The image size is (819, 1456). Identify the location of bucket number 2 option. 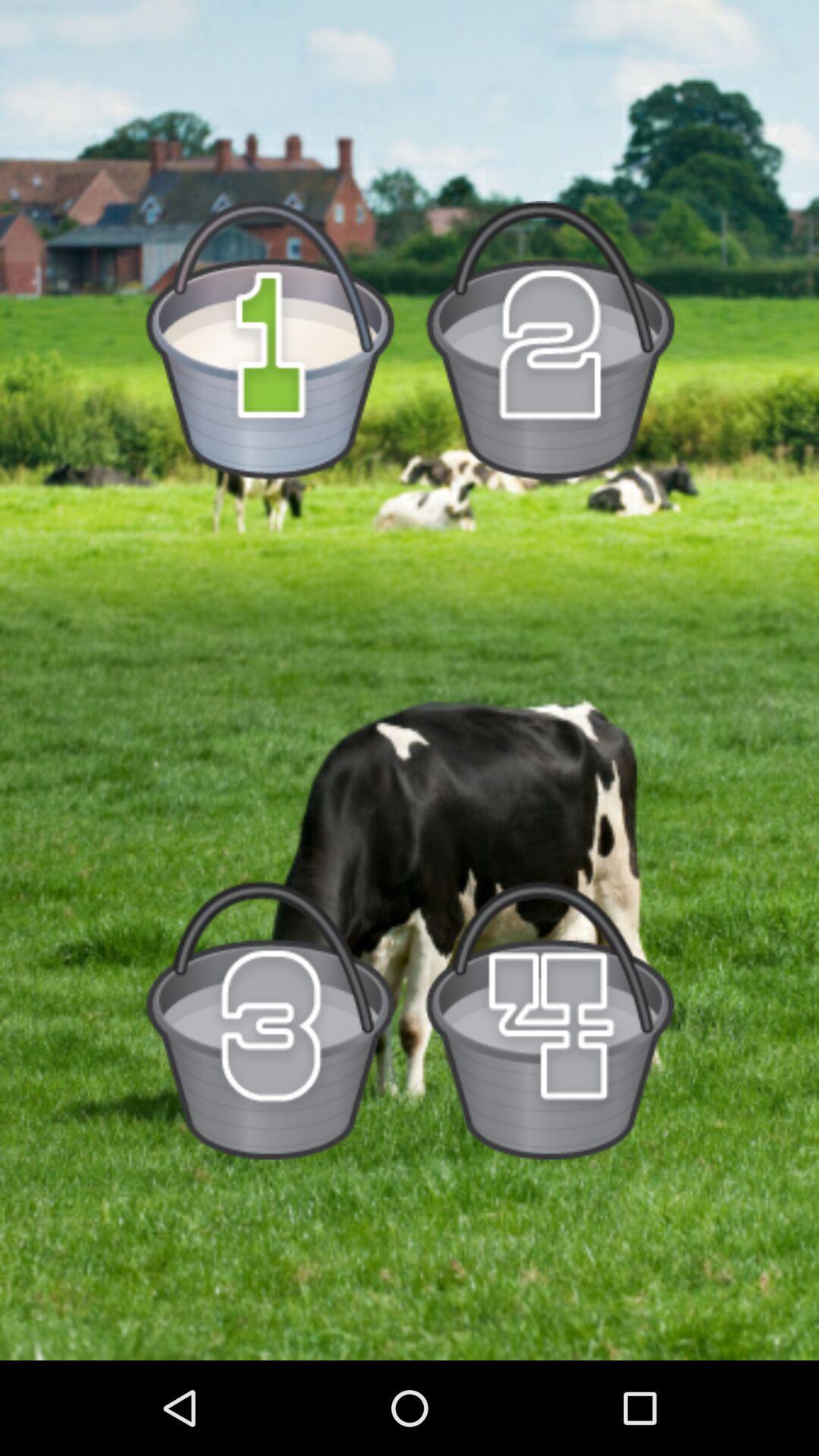
(548, 339).